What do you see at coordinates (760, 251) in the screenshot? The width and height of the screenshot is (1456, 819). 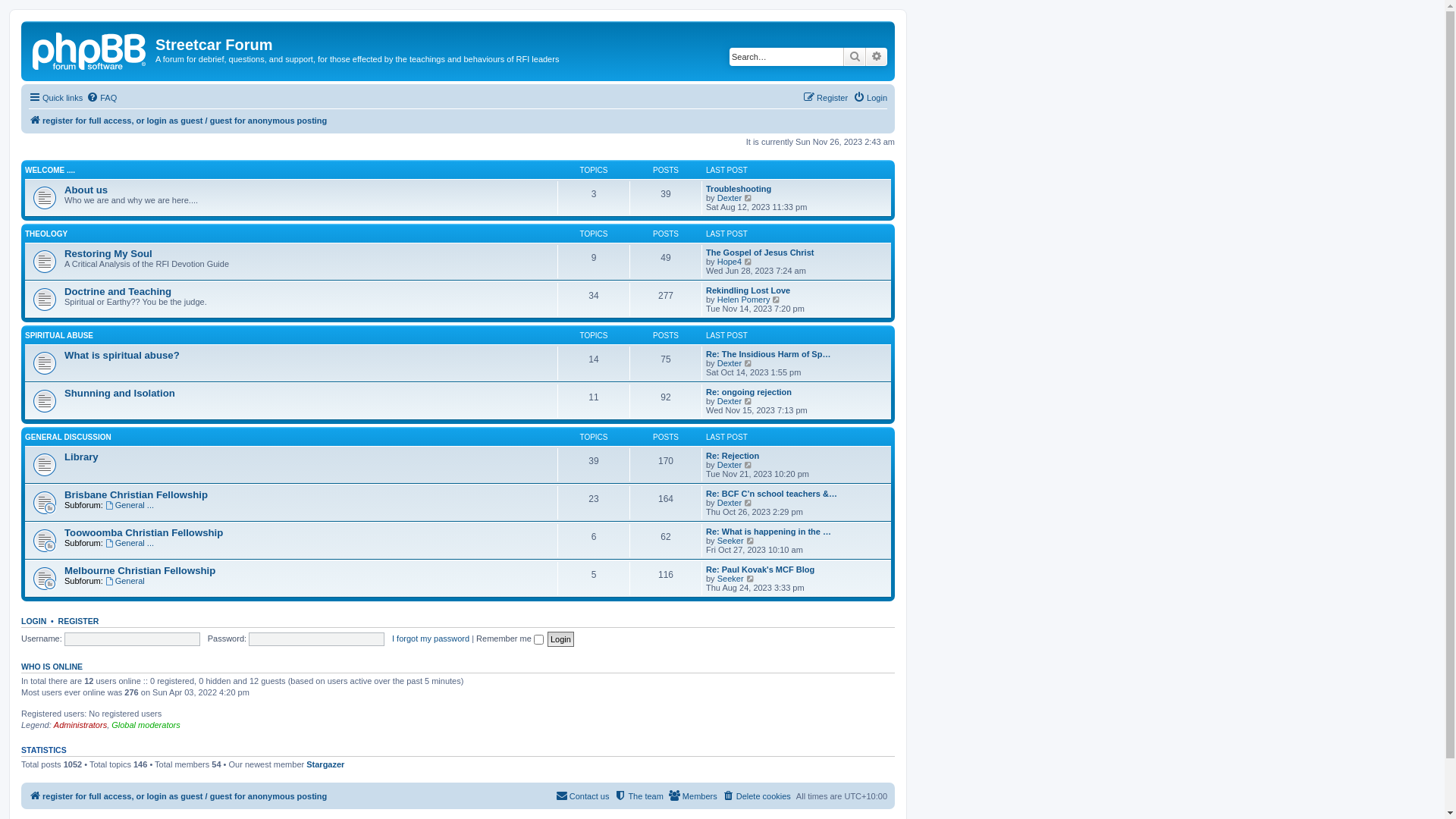 I see `'The Gospel of Jesus Christ'` at bounding box center [760, 251].